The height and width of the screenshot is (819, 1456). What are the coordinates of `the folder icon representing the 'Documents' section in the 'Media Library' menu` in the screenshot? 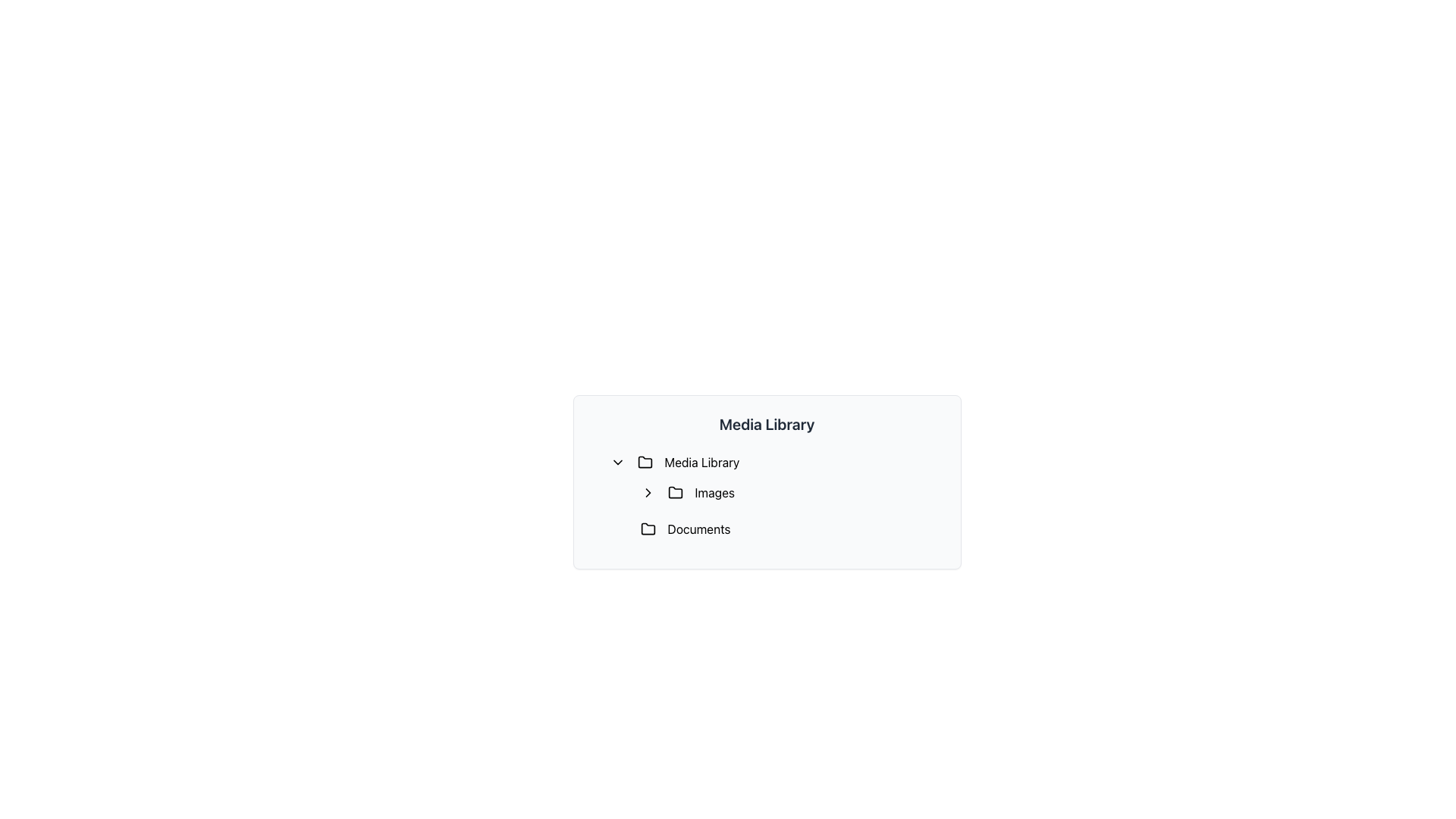 It's located at (648, 529).